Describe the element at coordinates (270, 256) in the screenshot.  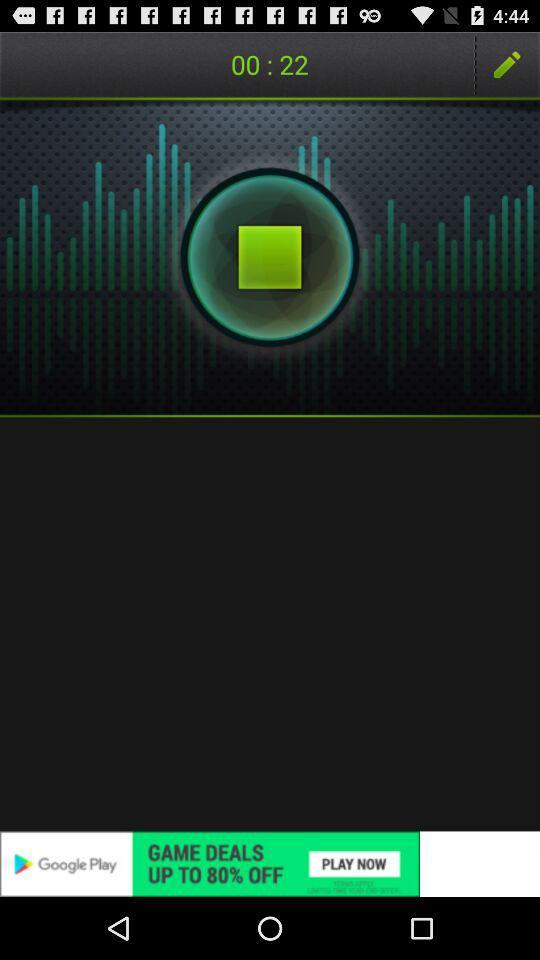
I see `tap to play` at that location.